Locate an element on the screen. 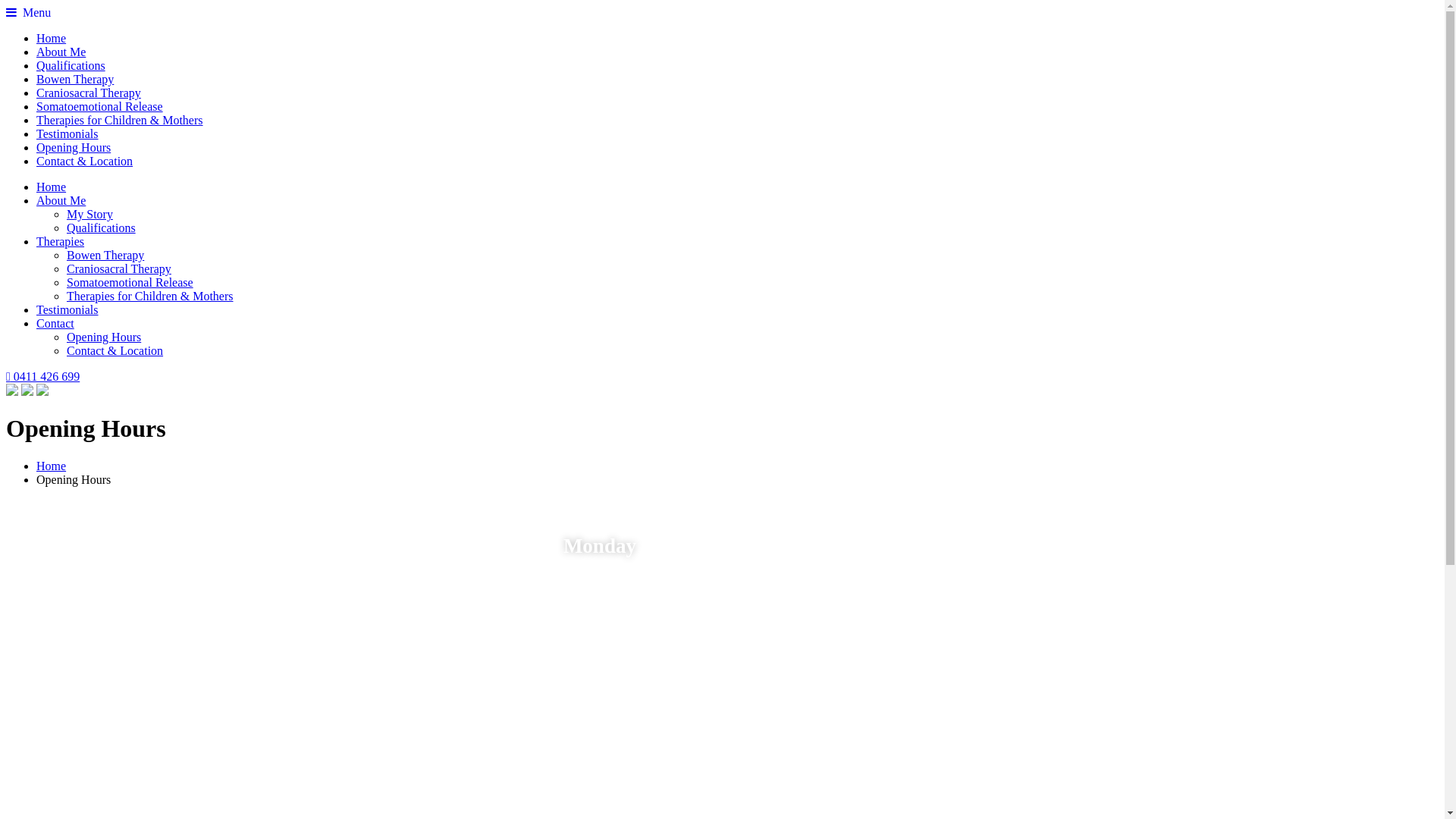 The image size is (1456, 819). 'My Story' is located at coordinates (89, 214).